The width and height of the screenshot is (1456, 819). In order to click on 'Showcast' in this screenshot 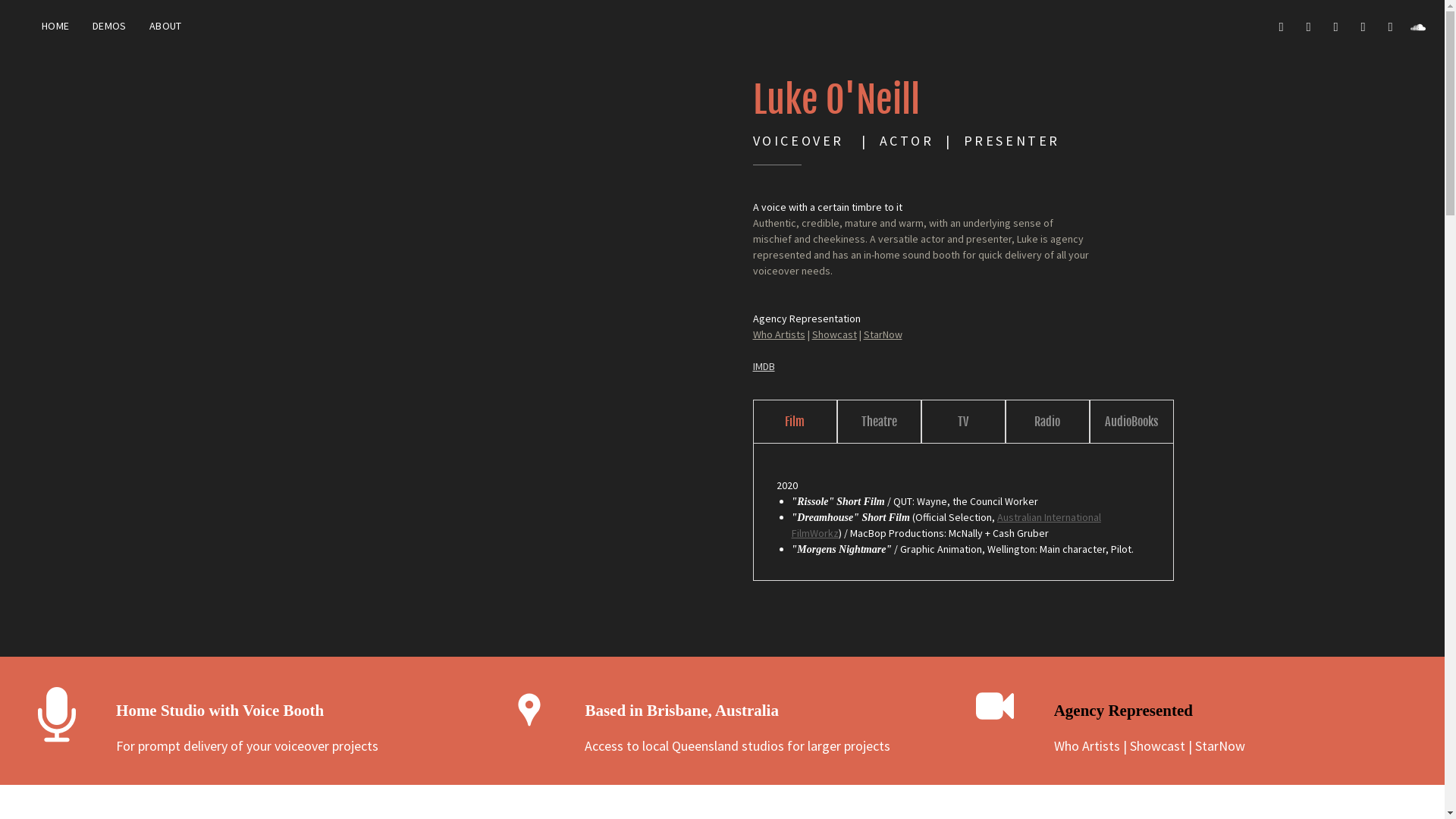, I will do `click(1156, 745)`.